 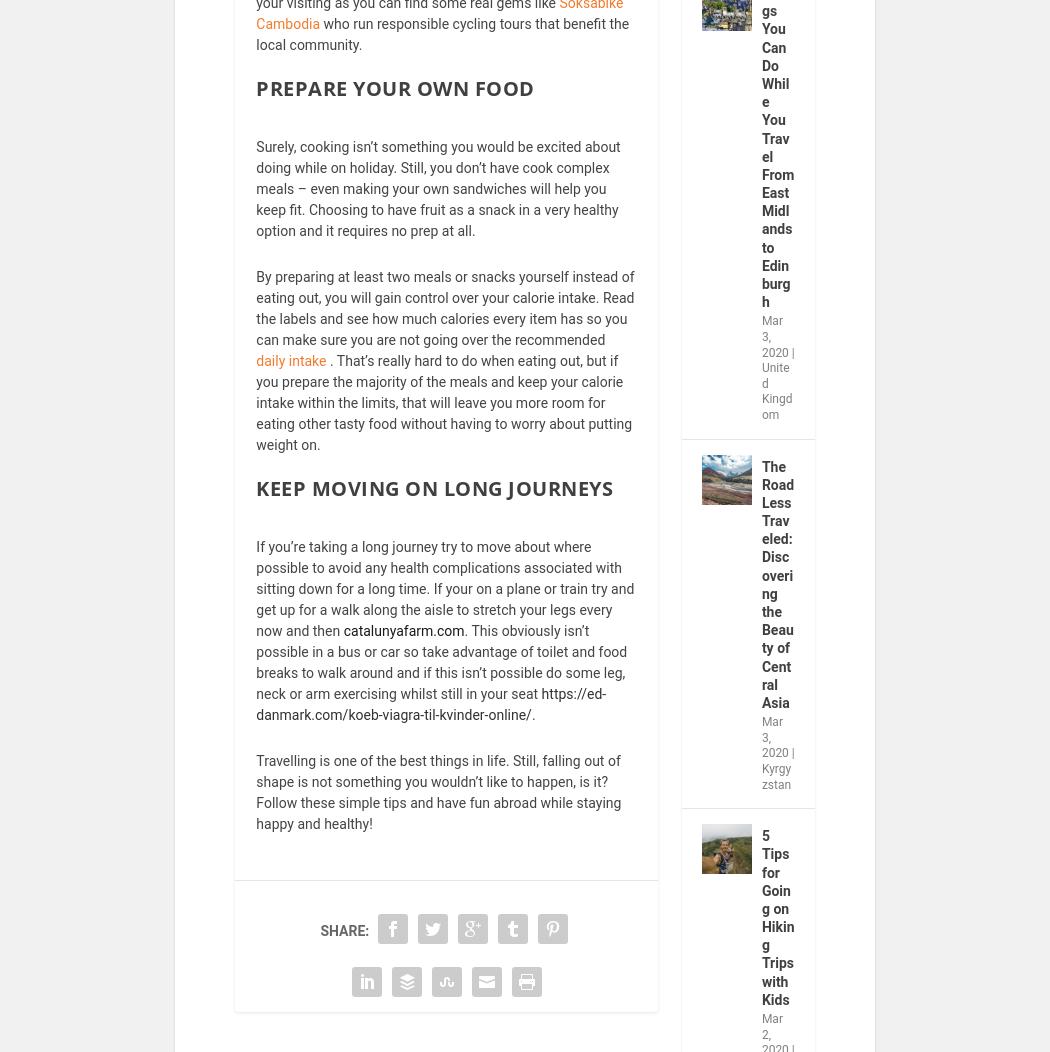 I want to click on 'The Road Less Traveled: Discovering the Beauty of Central Asia', so click(x=761, y=596).